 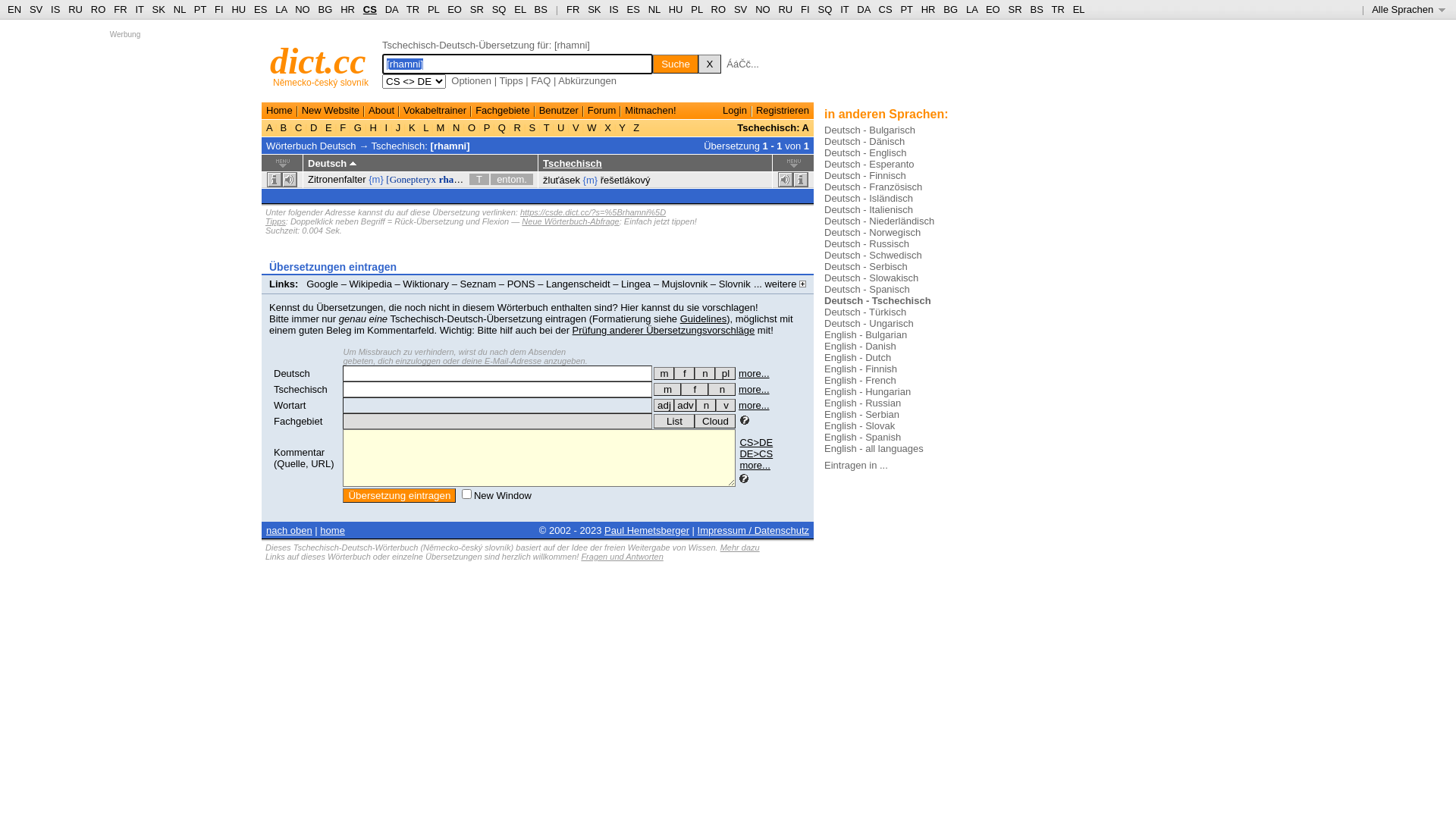 I want to click on 'DE>CS', so click(x=756, y=453).